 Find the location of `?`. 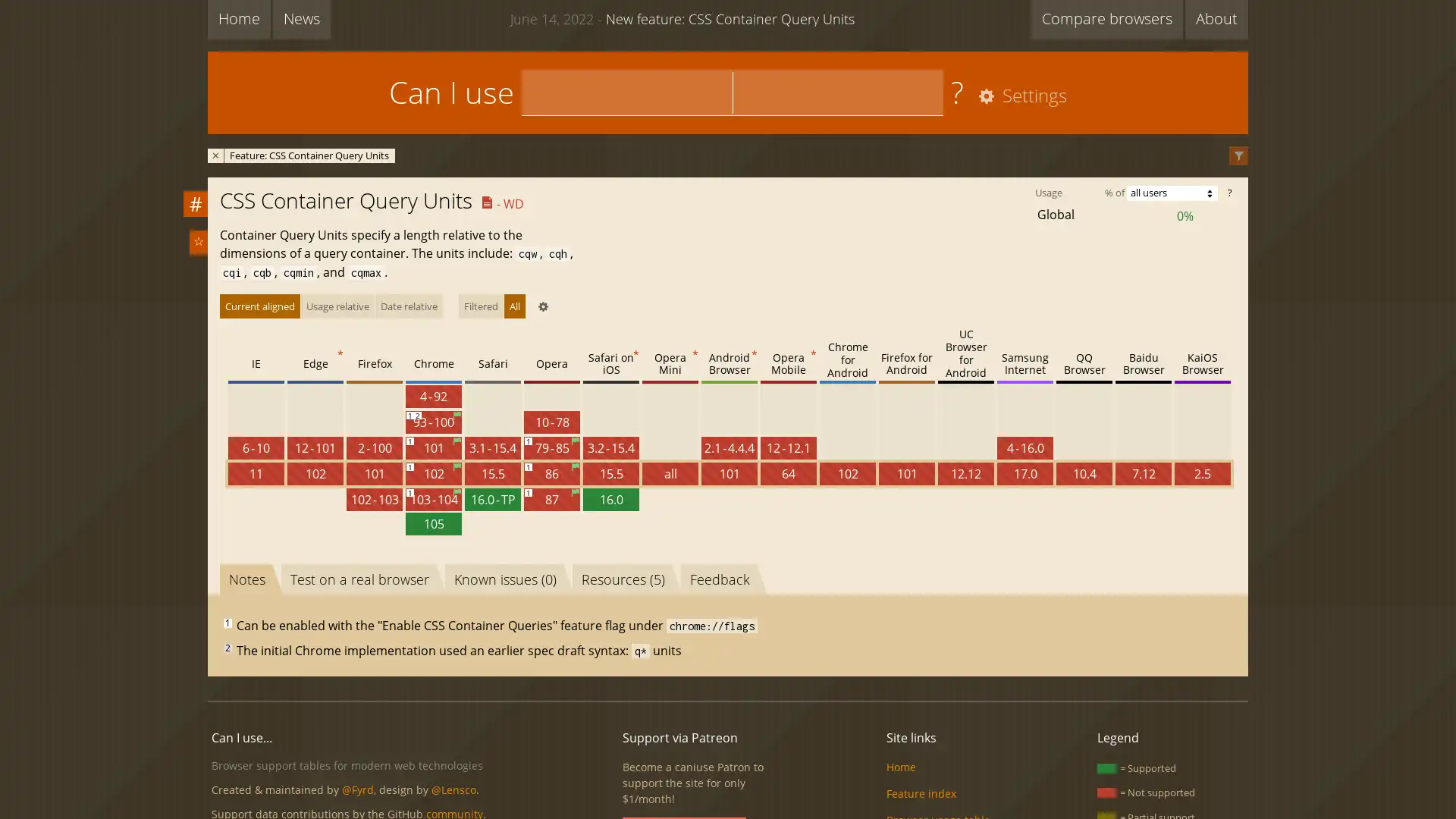

? is located at coordinates (1229, 192).